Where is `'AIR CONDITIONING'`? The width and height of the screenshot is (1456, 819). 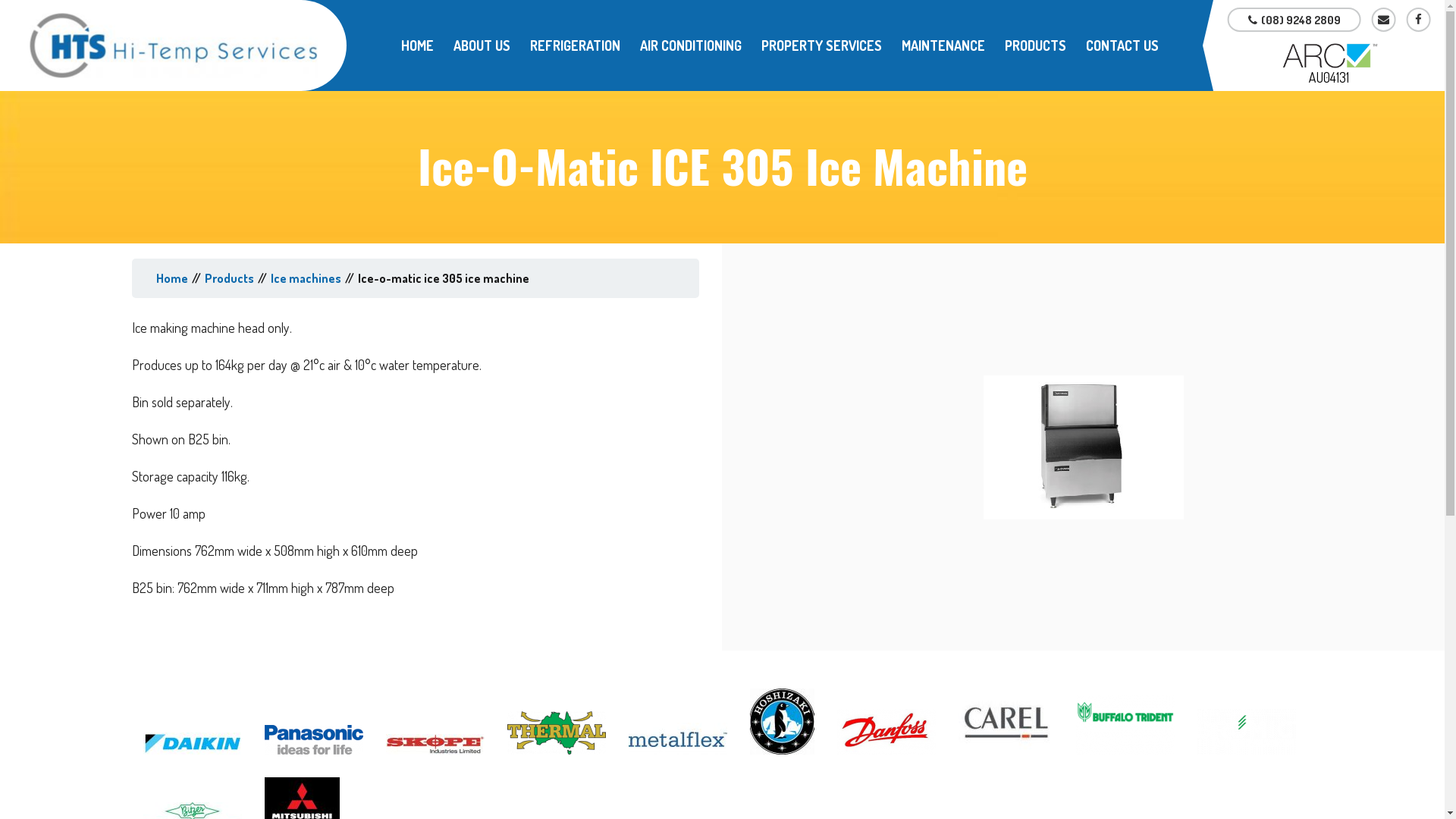
'AIR CONDITIONING' is located at coordinates (690, 45).